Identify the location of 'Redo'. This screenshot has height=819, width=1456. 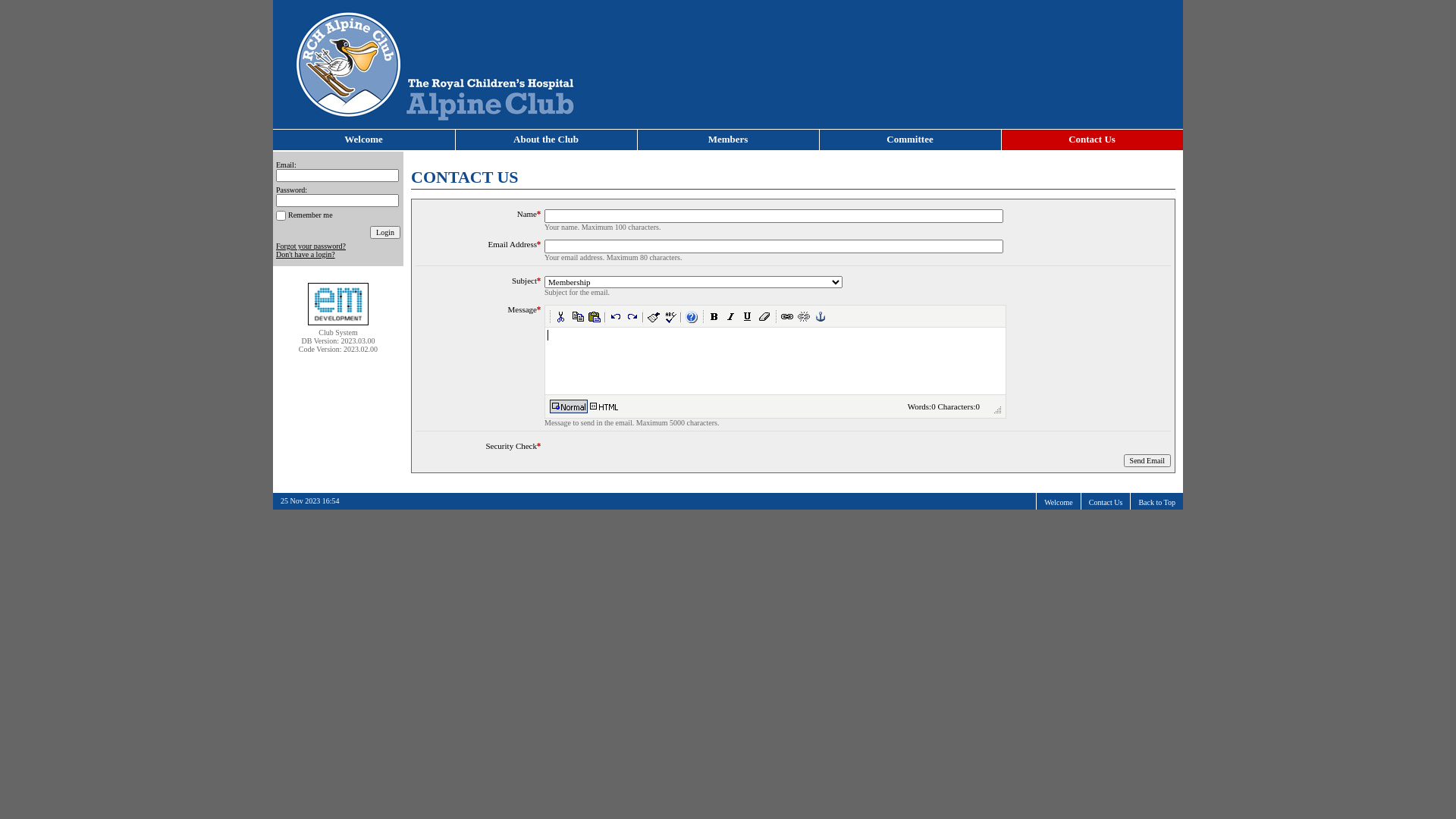
(632, 315).